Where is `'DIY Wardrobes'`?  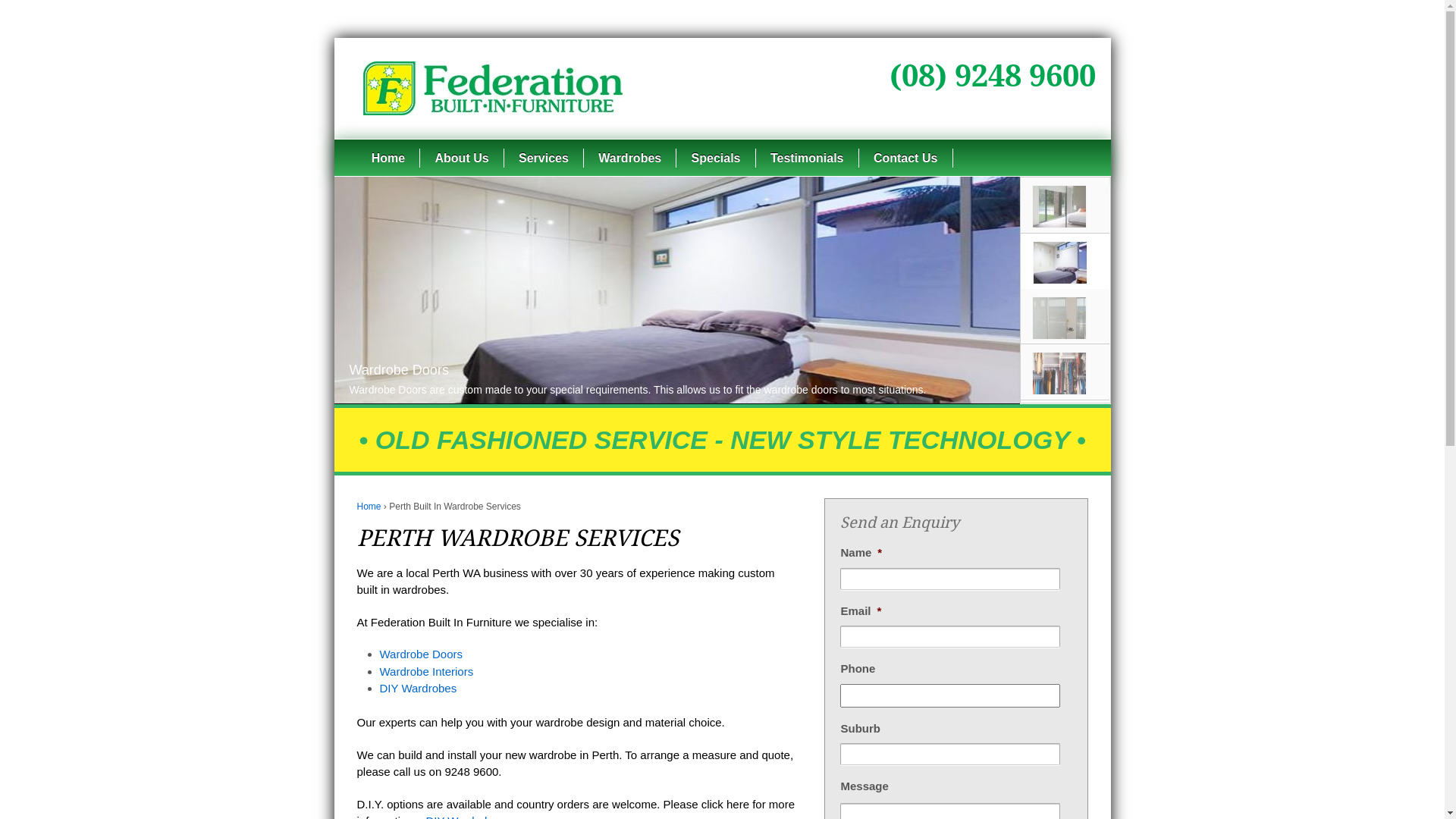 'DIY Wardrobes' is located at coordinates (418, 688).